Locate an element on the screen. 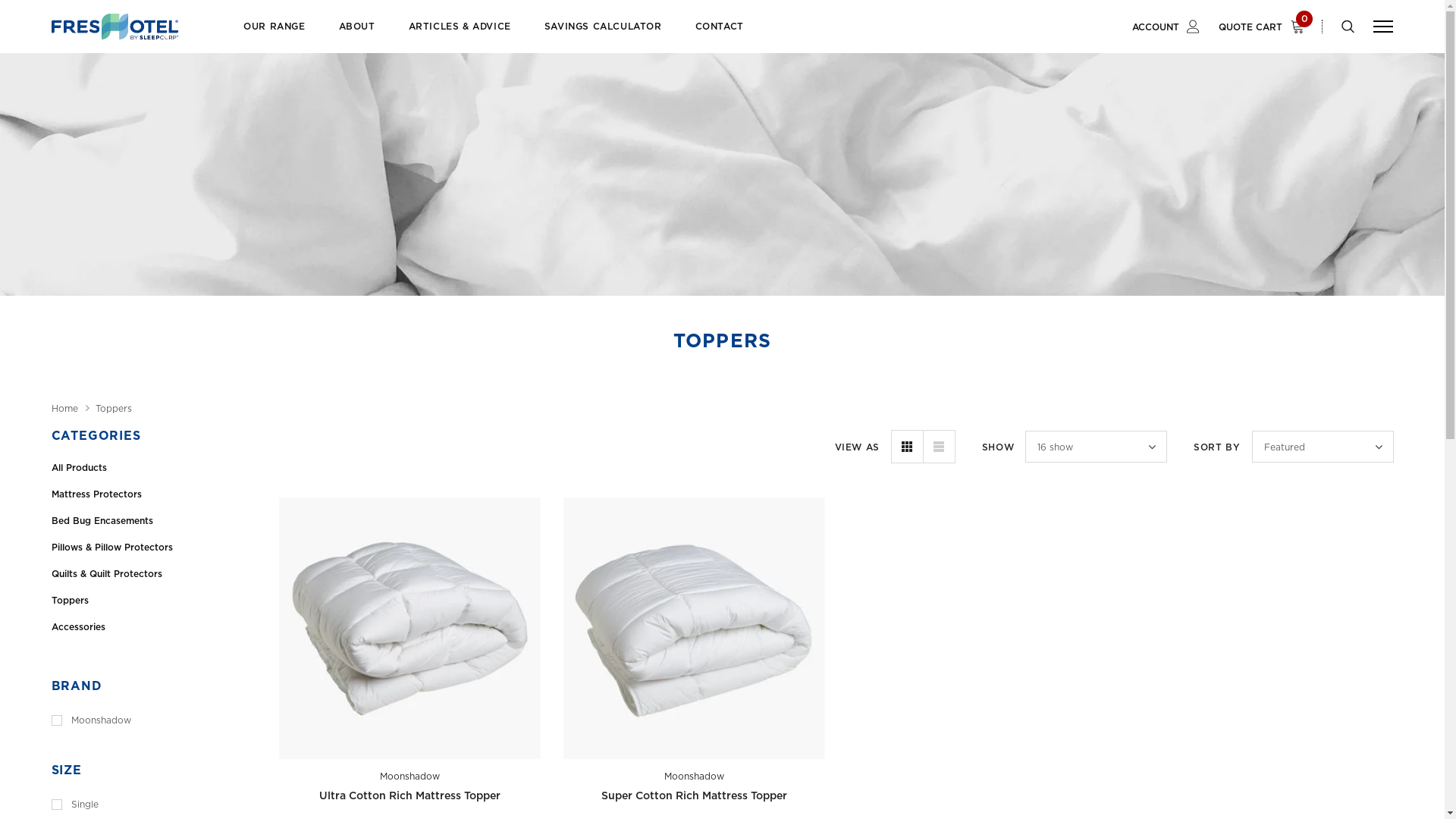 The image size is (1456, 819). 'Home' is located at coordinates (64, 408).